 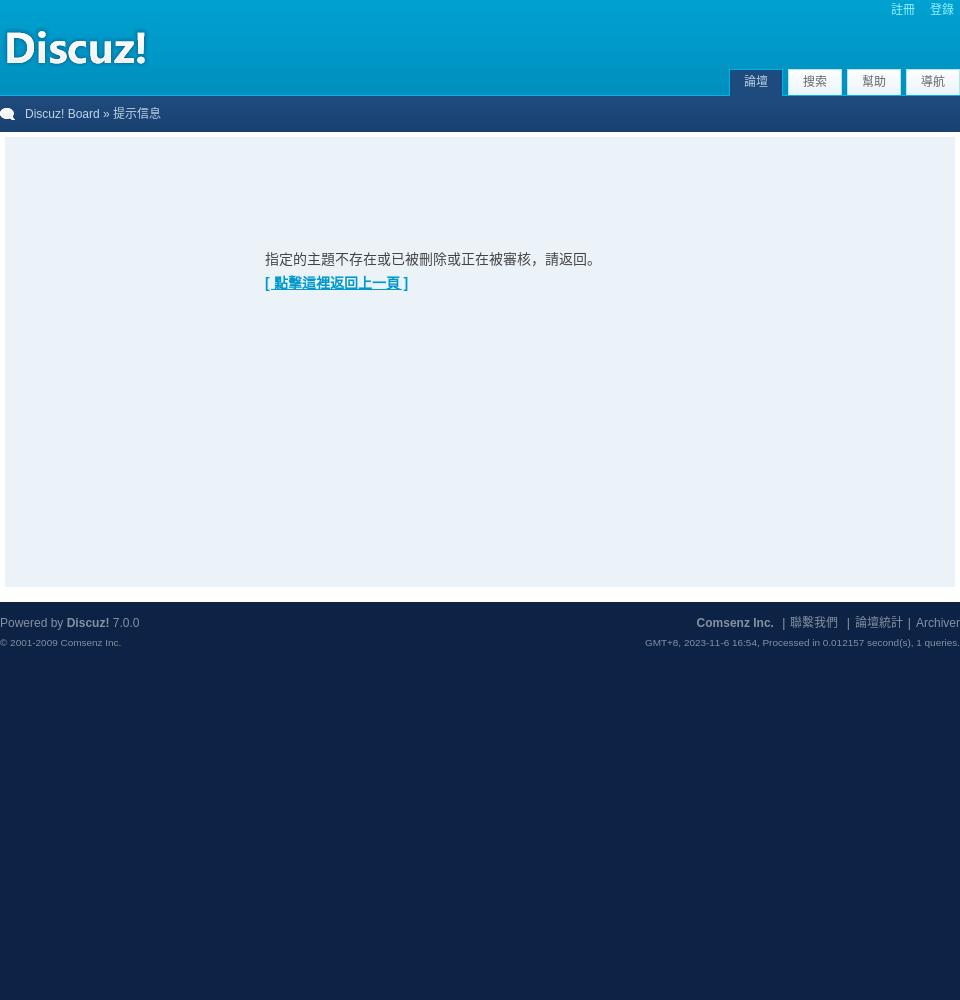 What do you see at coordinates (958, 642) in the screenshot?
I see `'.'` at bounding box center [958, 642].